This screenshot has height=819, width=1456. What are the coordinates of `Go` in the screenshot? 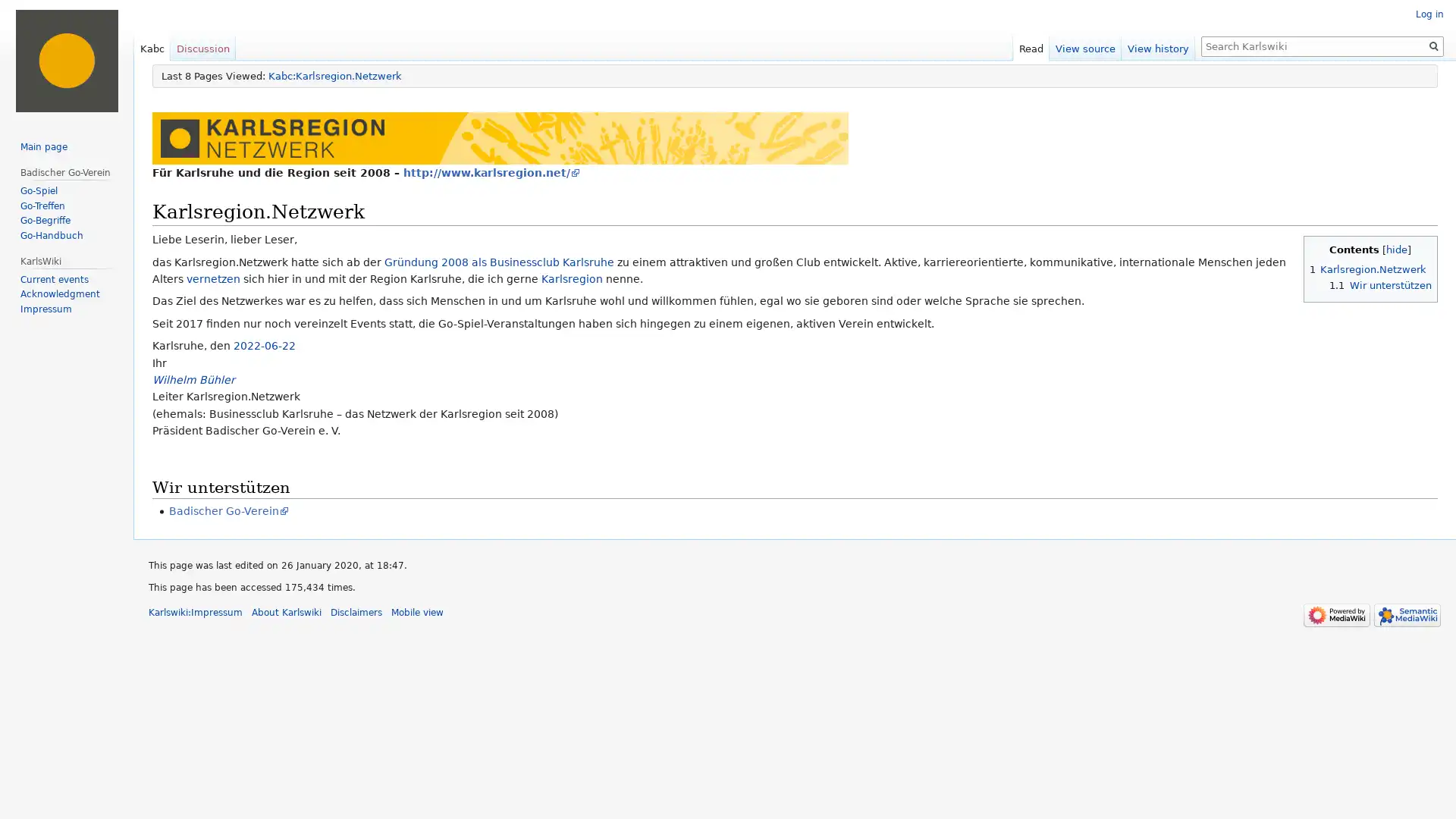 It's located at (1433, 45).